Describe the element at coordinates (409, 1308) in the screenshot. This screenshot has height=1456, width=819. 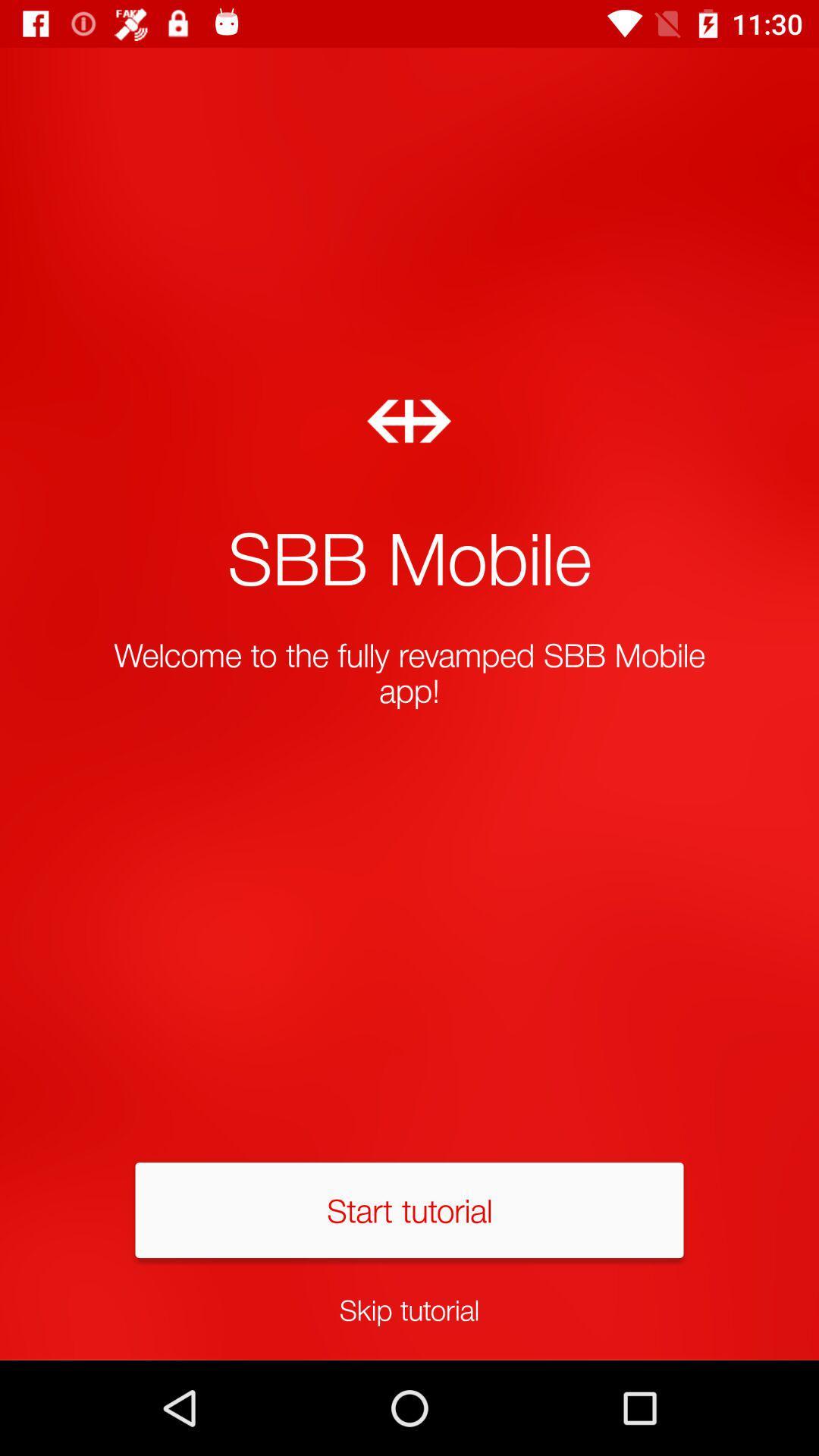
I see `the icon below the start tutorial icon` at that location.